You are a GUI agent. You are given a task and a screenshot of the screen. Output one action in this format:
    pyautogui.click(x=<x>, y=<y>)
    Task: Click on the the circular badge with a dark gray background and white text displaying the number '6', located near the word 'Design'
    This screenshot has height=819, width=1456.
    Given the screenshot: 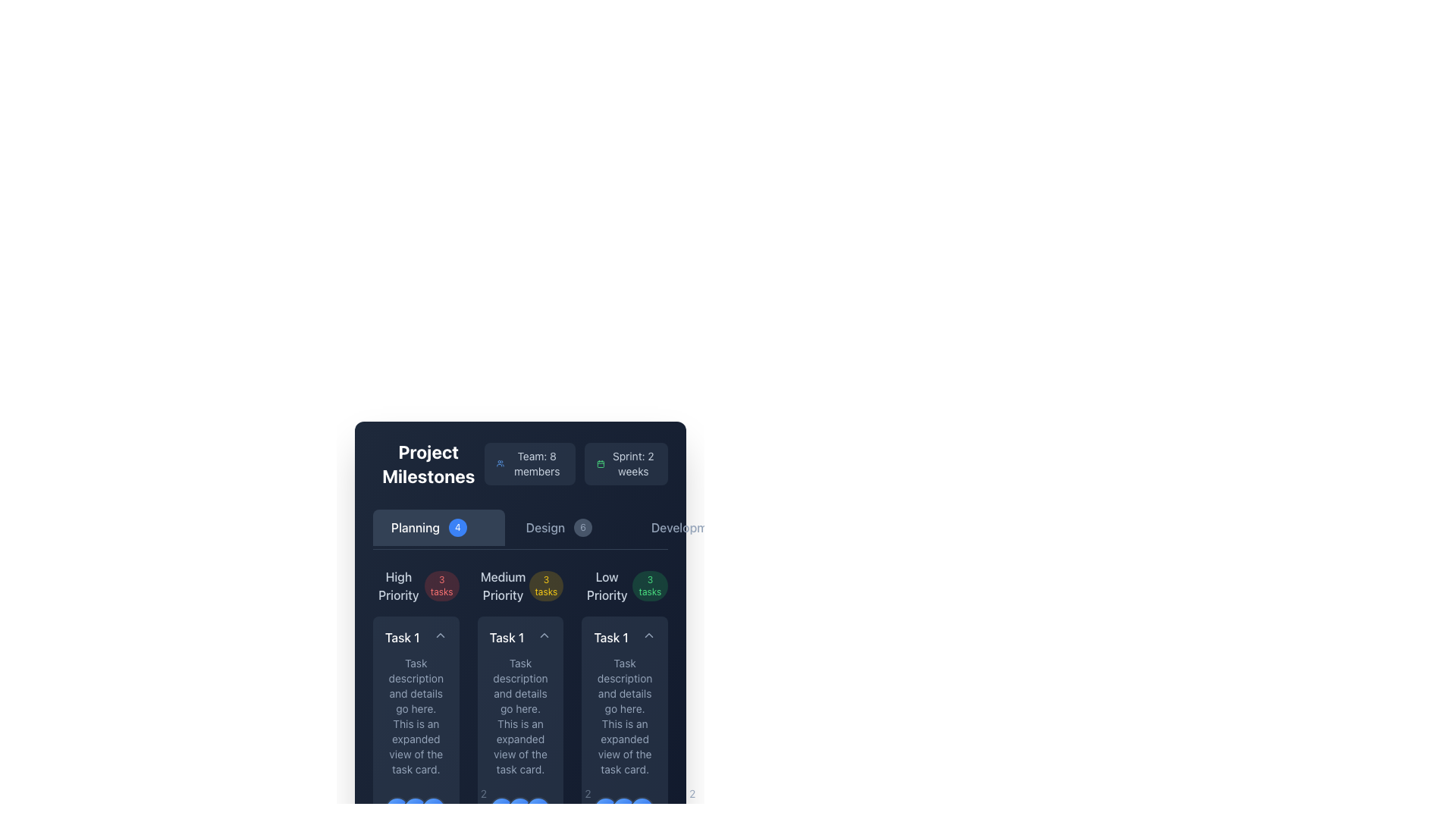 What is the action you would take?
    pyautogui.click(x=582, y=526)
    